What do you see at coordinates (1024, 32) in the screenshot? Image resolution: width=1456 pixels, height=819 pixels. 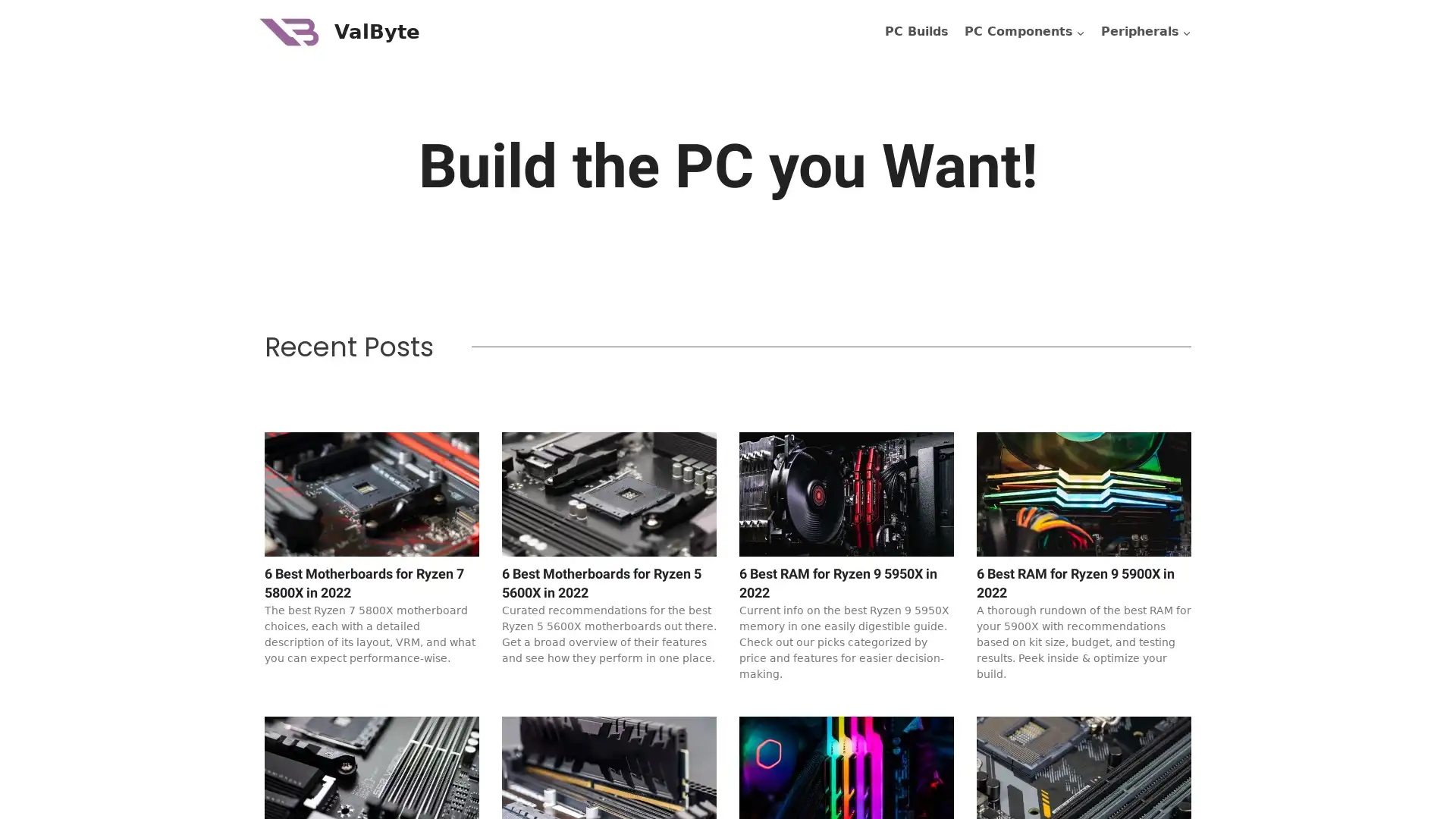 I see `Expand child menu` at bounding box center [1024, 32].